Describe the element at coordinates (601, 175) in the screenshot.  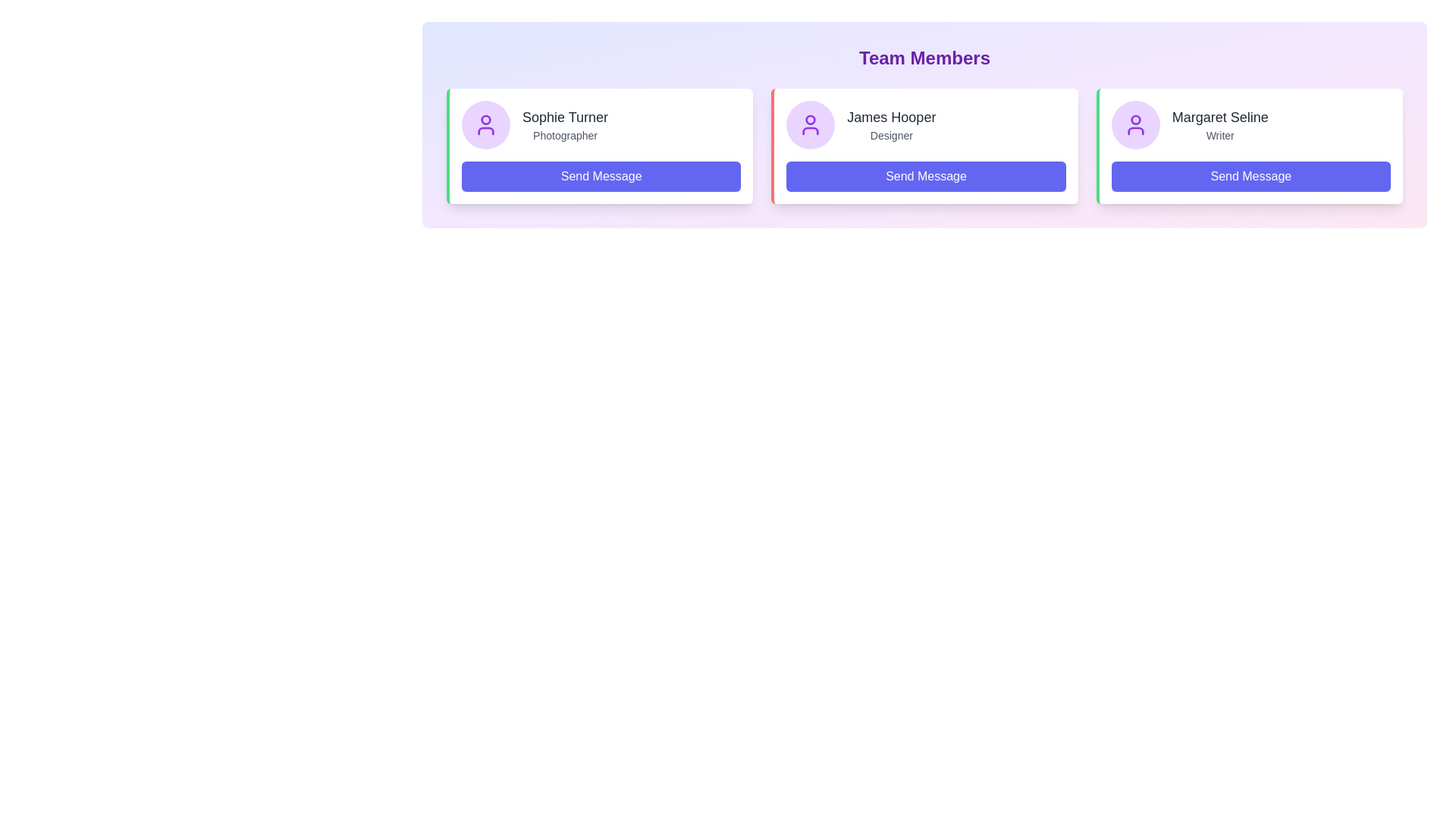
I see `the 'Send Message' button, which has a purple background and white bold text, to change its background color` at that location.